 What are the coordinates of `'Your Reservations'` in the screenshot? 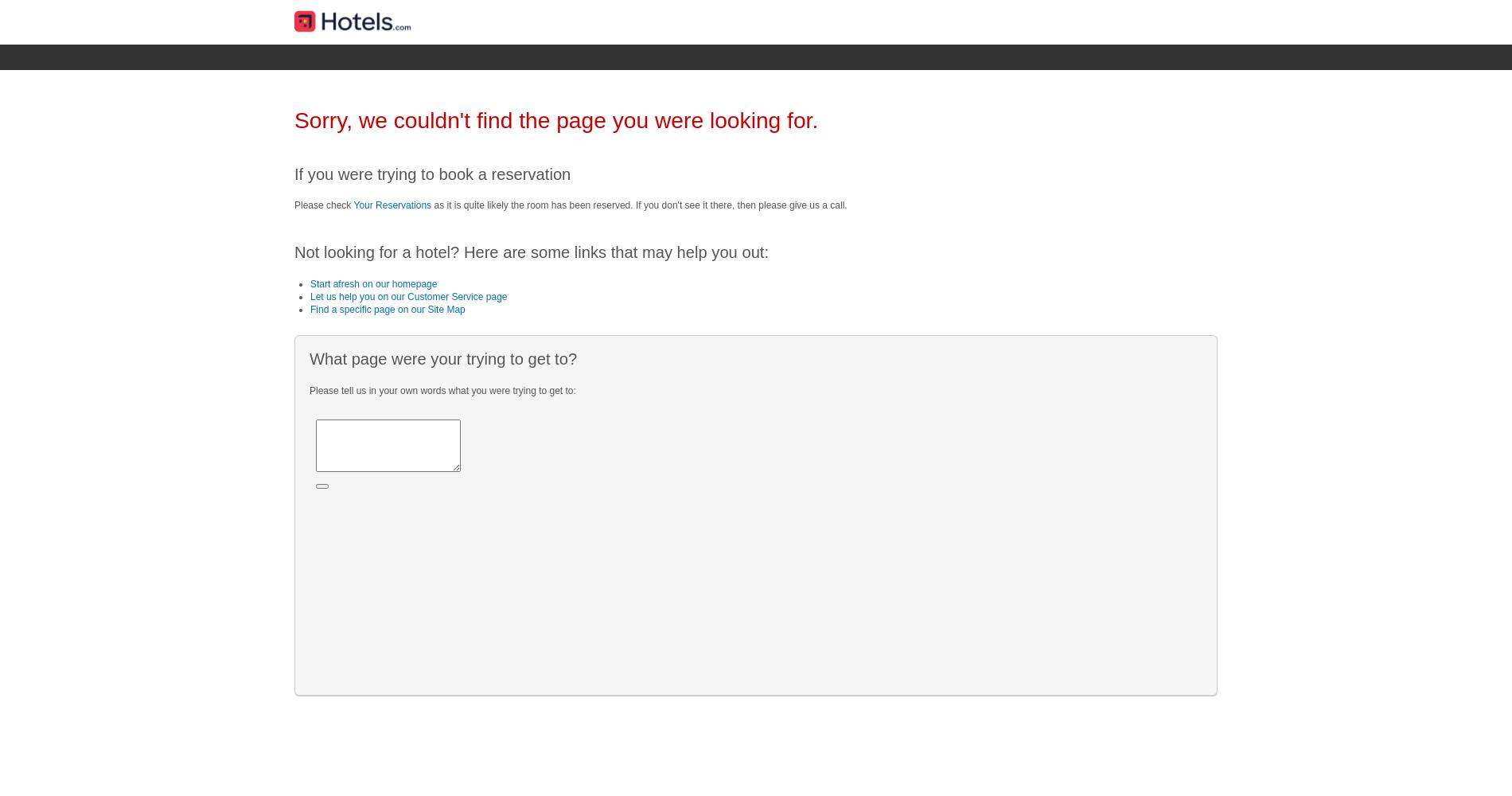 It's located at (392, 205).